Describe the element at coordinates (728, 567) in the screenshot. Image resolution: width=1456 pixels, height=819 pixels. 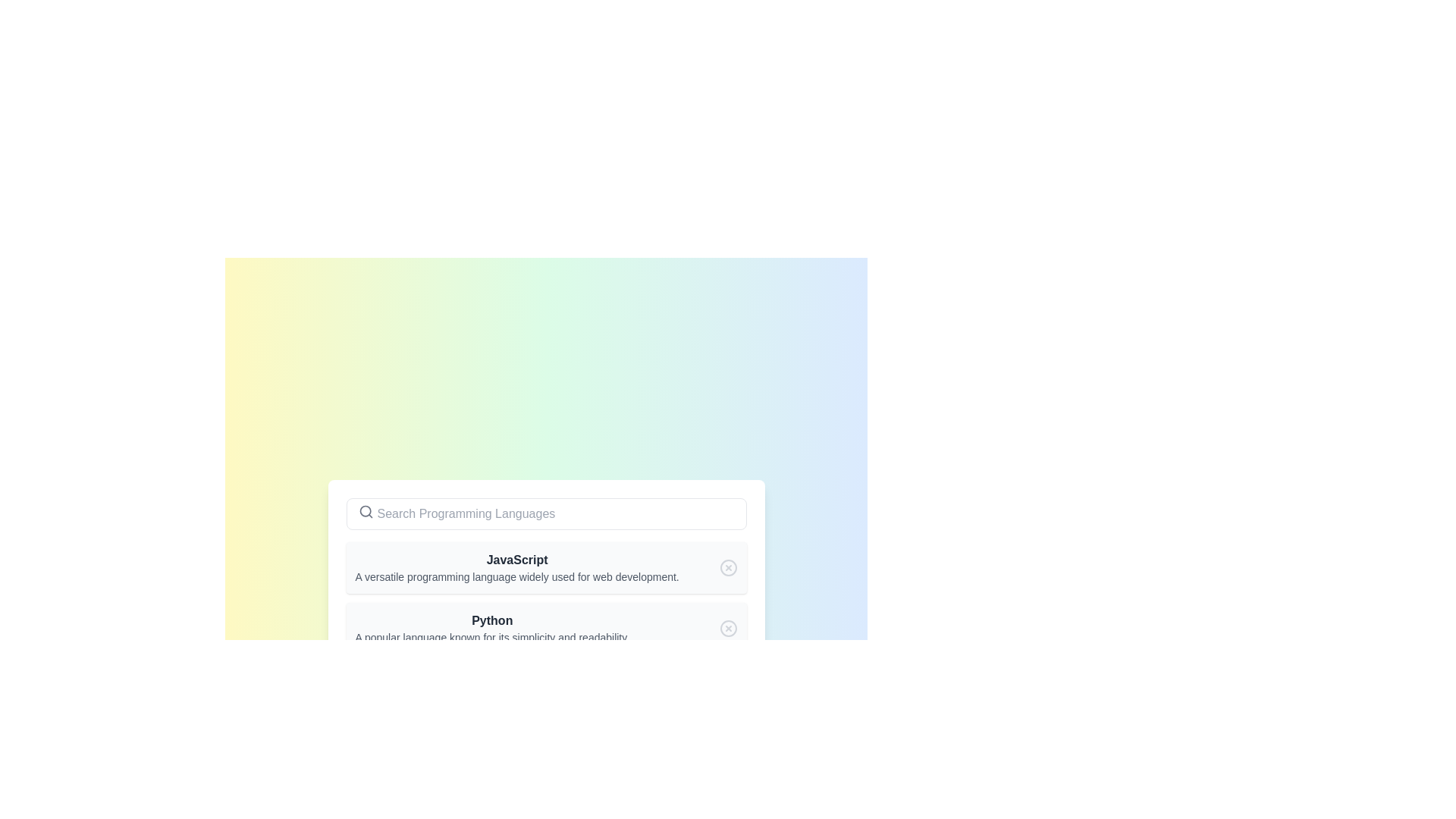
I see `the circular element representing the close function within the SVG graphic located at the top-right corner of the JavaScript language entry` at that location.